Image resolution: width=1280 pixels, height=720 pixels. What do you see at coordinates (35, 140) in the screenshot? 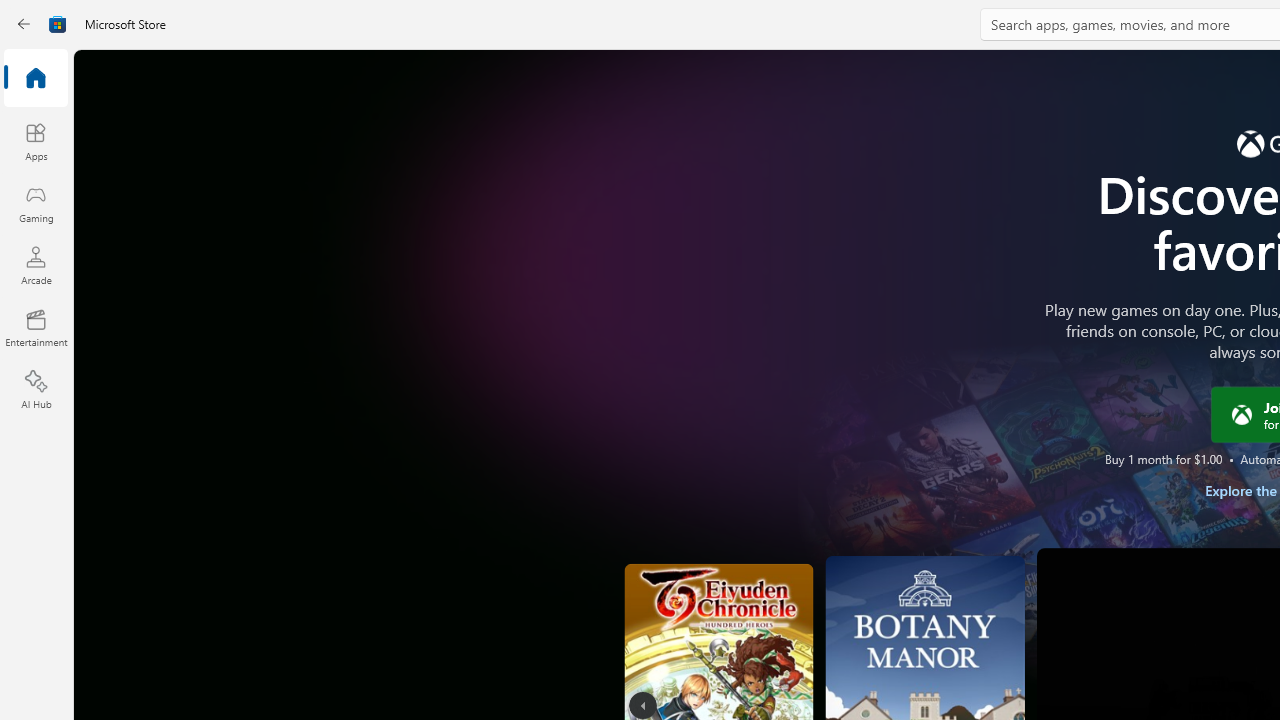
I see `'Apps'` at bounding box center [35, 140].